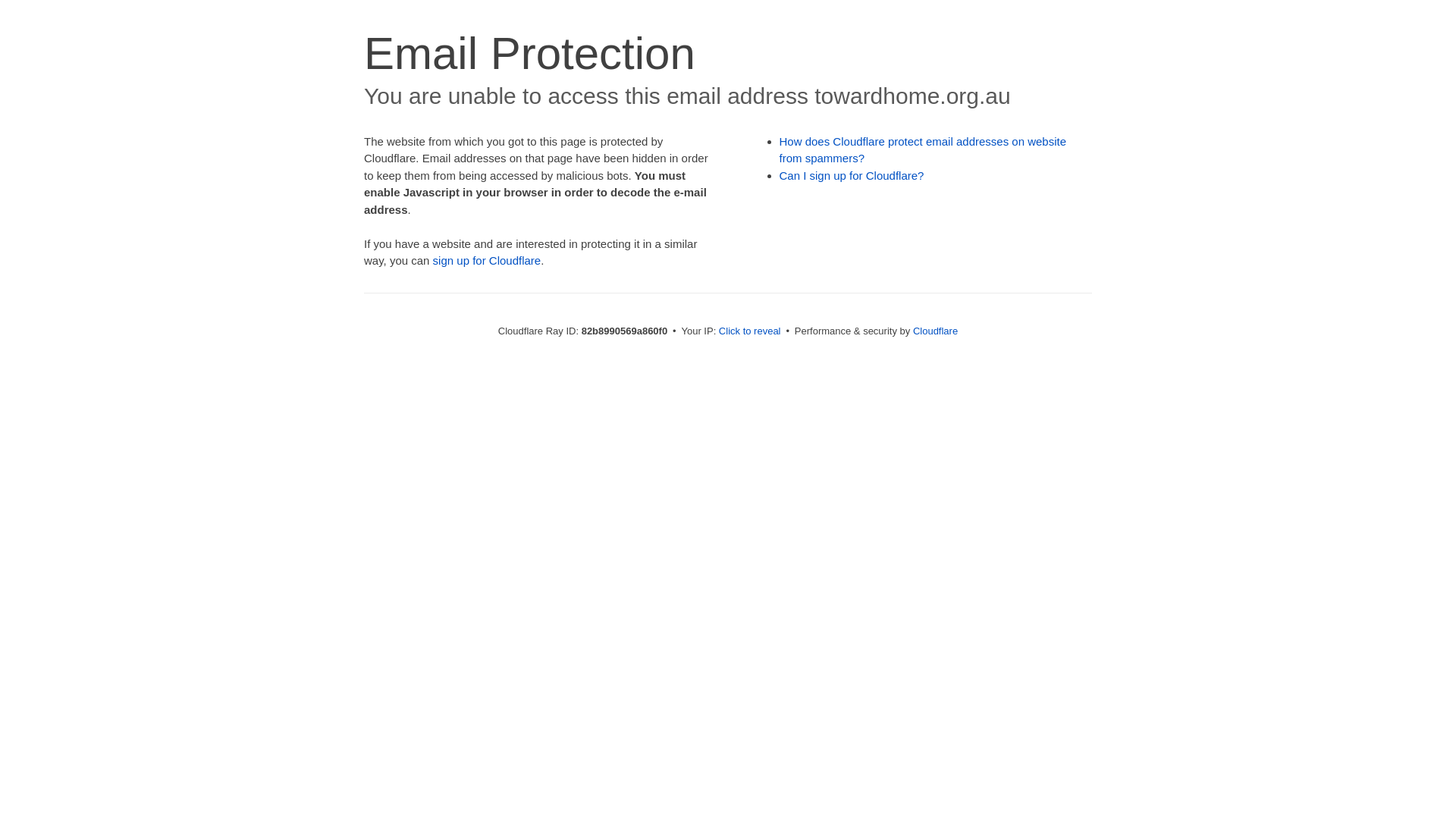 This screenshot has width=1456, height=819. What do you see at coordinates (934, 330) in the screenshot?
I see `'Cloudflare'` at bounding box center [934, 330].